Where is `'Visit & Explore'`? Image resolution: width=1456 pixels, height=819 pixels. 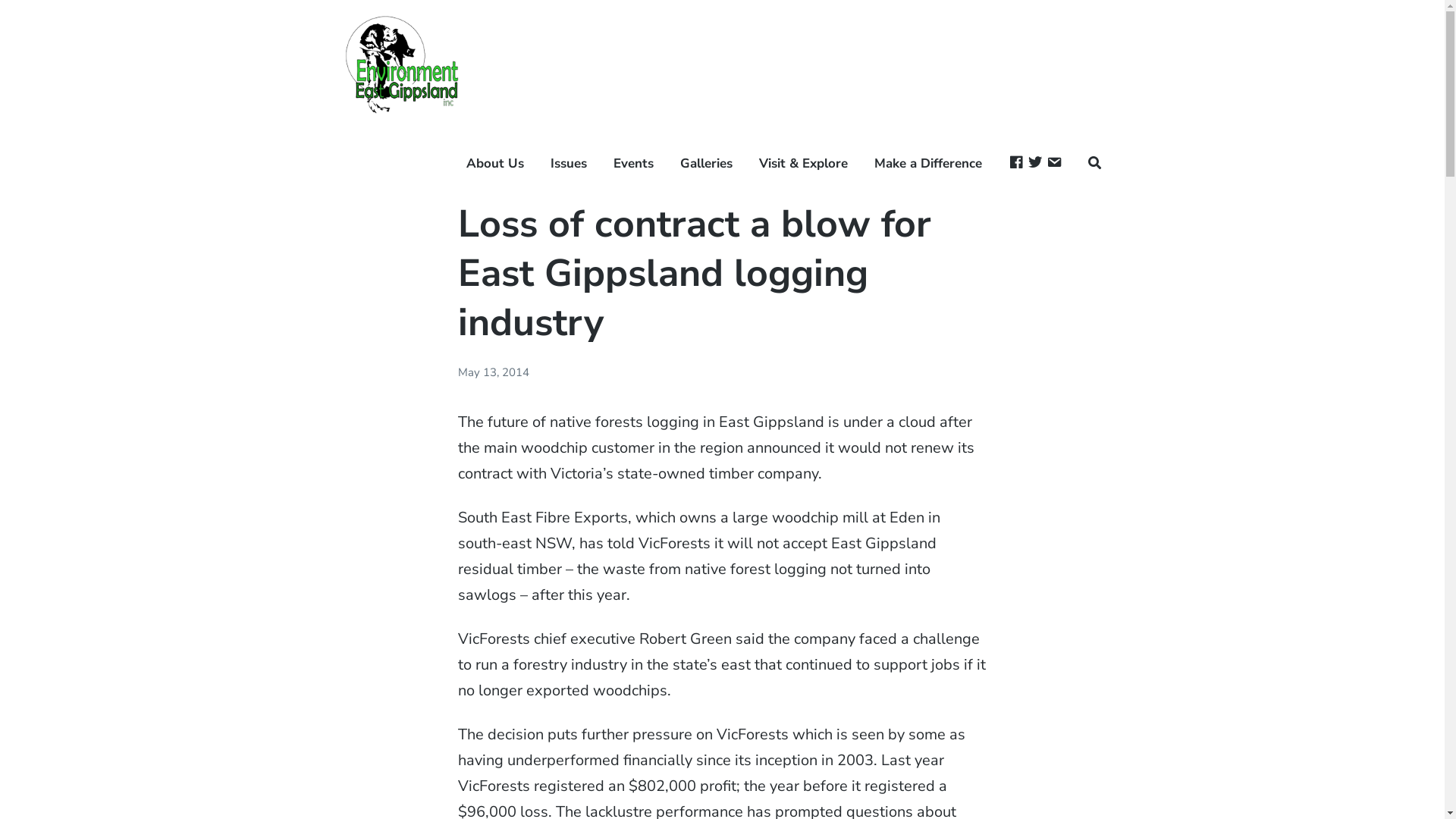 'Visit & Explore' is located at coordinates (802, 164).